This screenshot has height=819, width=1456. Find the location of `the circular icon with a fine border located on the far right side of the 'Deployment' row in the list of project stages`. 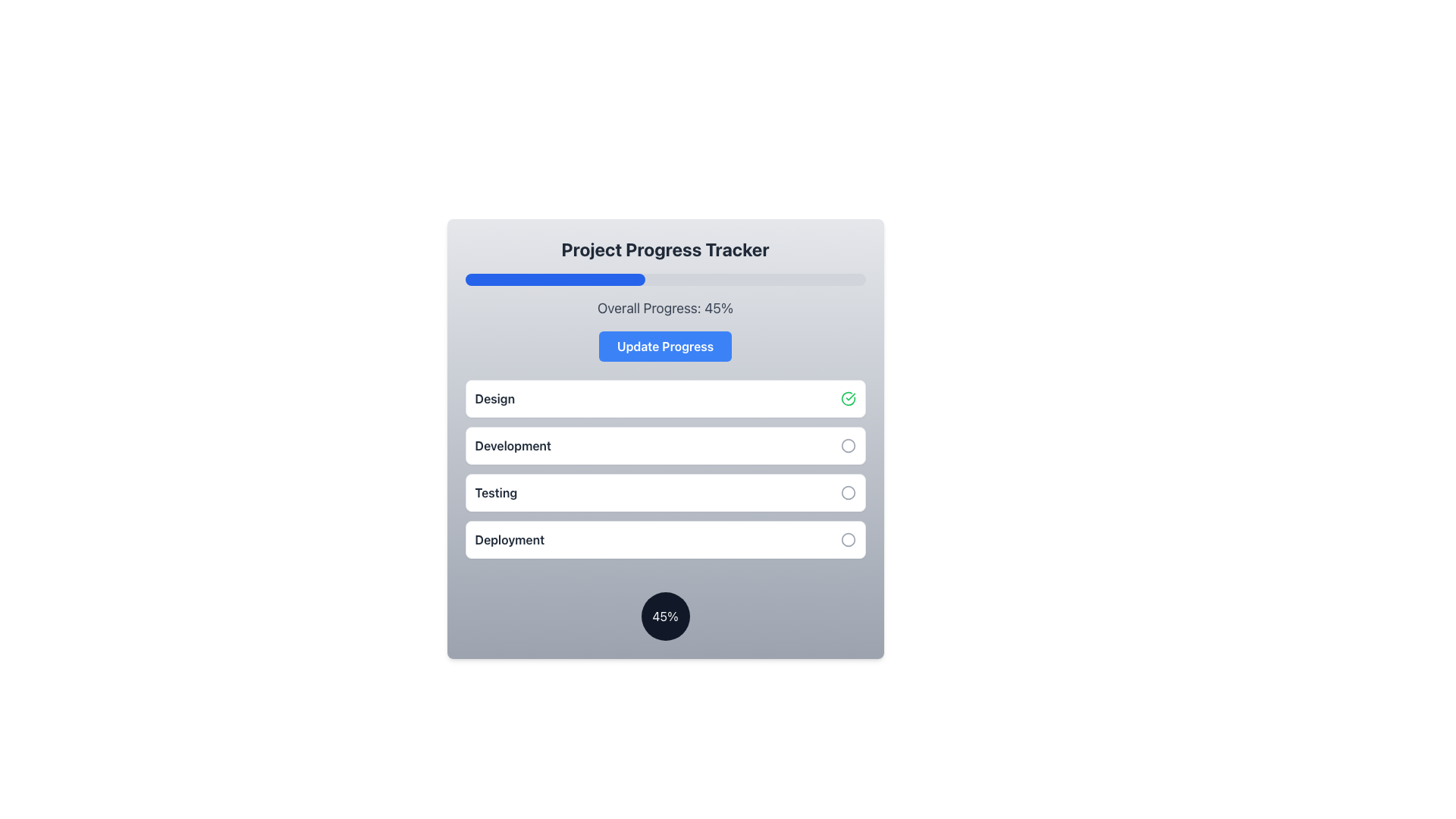

the circular icon with a fine border located on the far right side of the 'Deployment' row in the list of project stages is located at coordinates (847, 539).